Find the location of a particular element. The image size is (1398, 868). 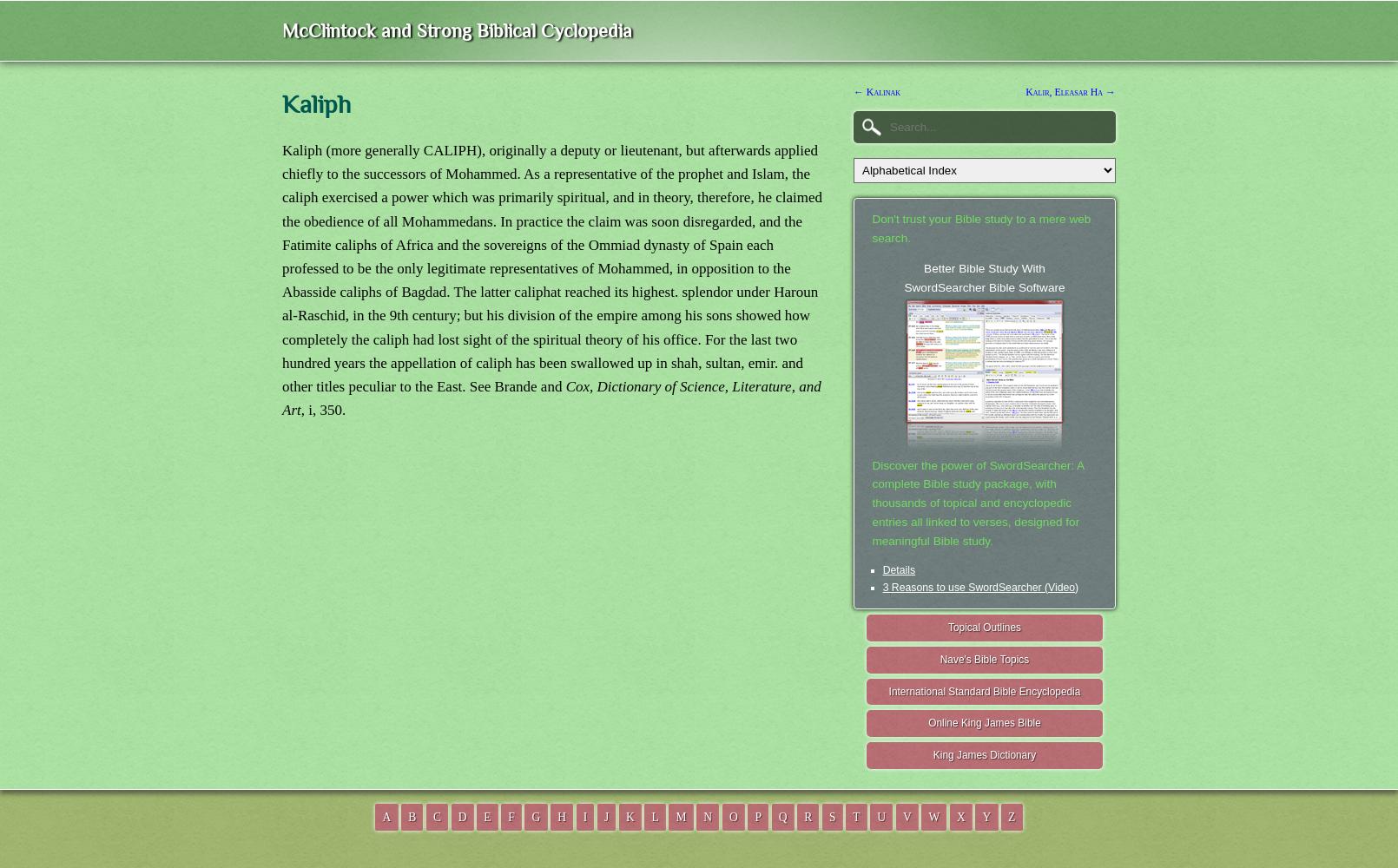

'B' is located at coordinates (412, 815).